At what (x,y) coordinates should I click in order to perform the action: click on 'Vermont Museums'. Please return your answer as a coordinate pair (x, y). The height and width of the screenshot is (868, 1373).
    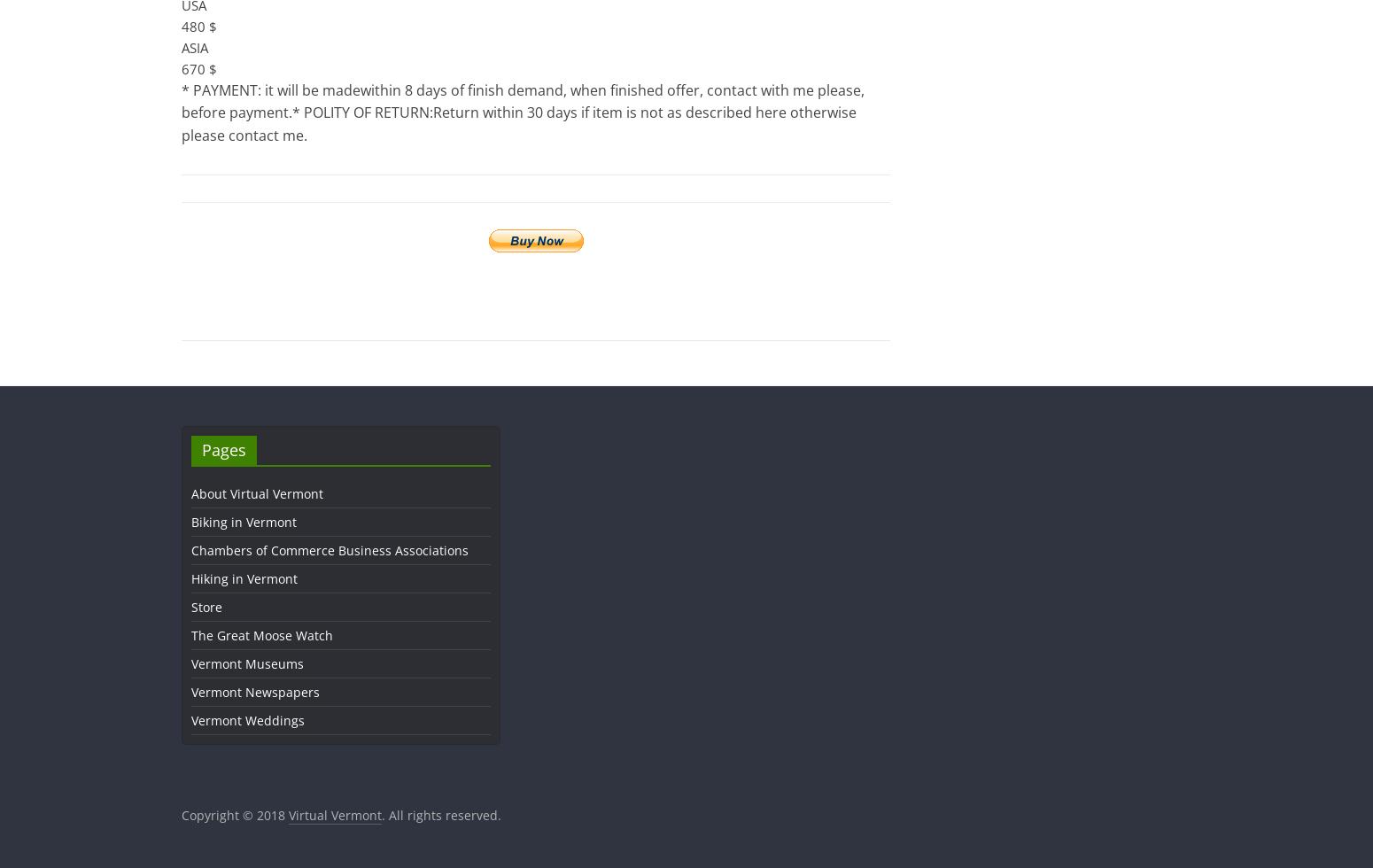
    Looking at the image, I should click on (190, 663).